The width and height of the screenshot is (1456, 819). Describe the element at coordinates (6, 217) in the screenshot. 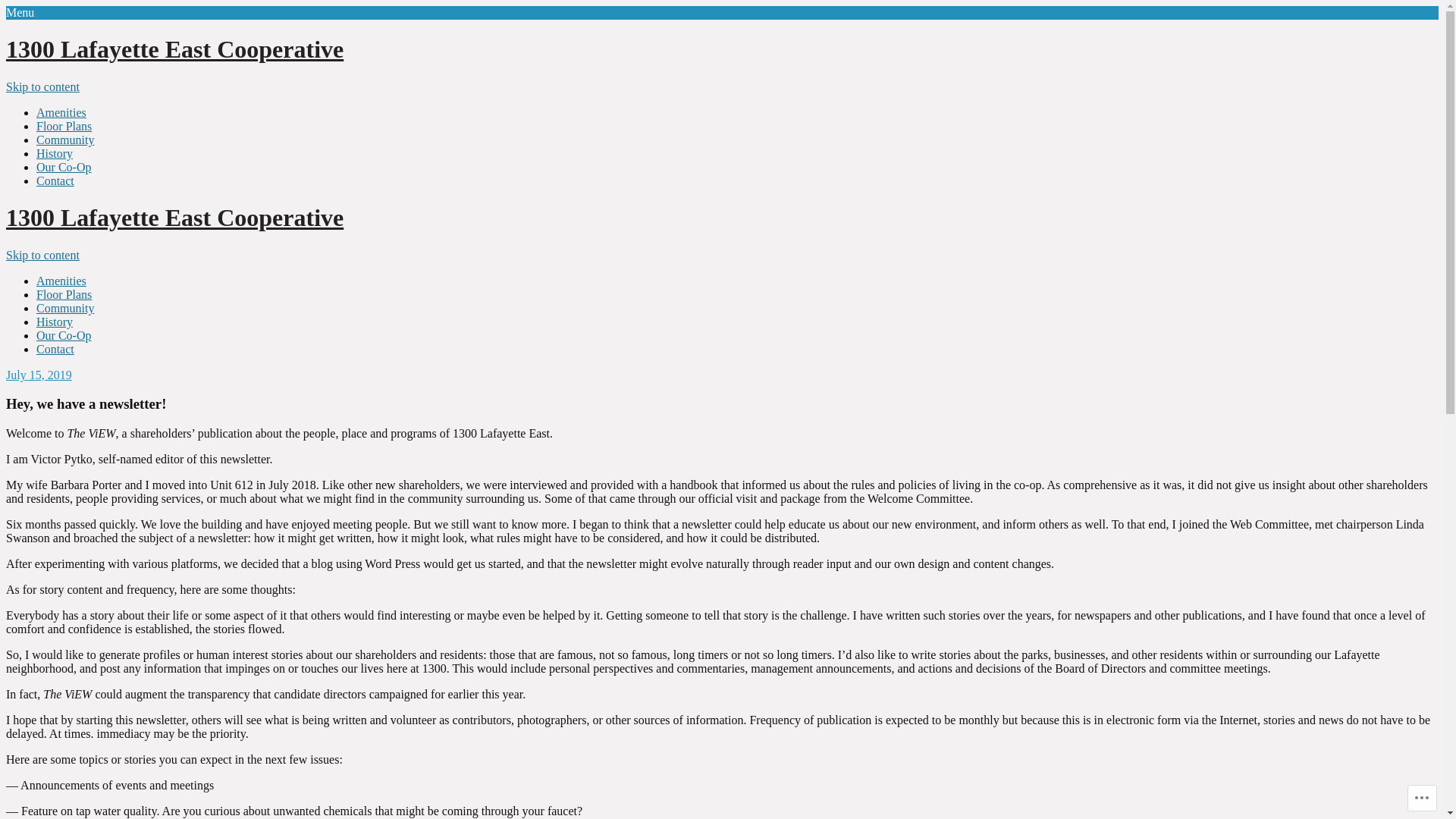

I see `'1300 Lafayette East Cooperative'` at that location.